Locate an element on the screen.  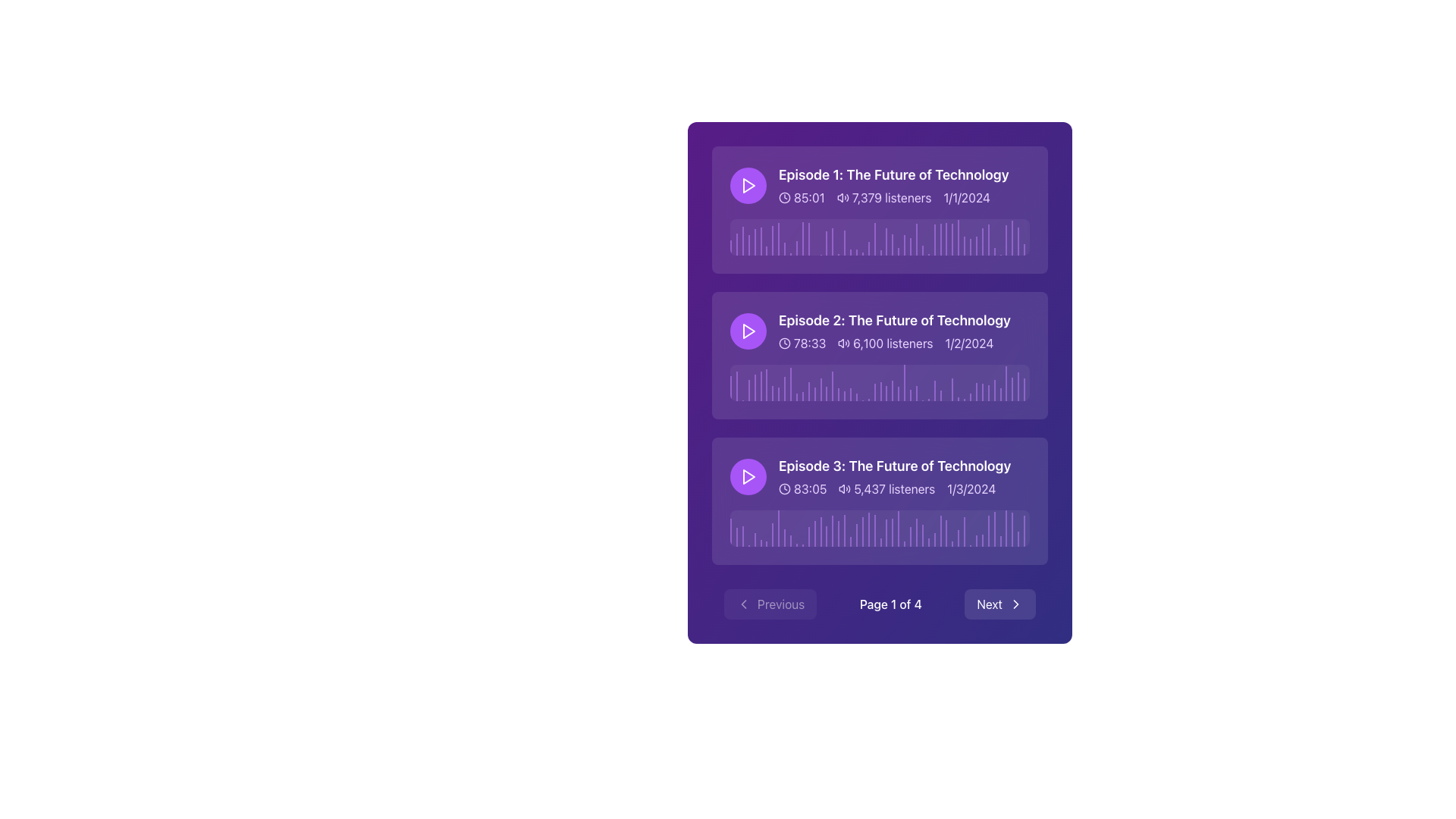
the small triangular 'play' icon with a red background and white border, located within a circular purple background is located at coordinates (749, 185).